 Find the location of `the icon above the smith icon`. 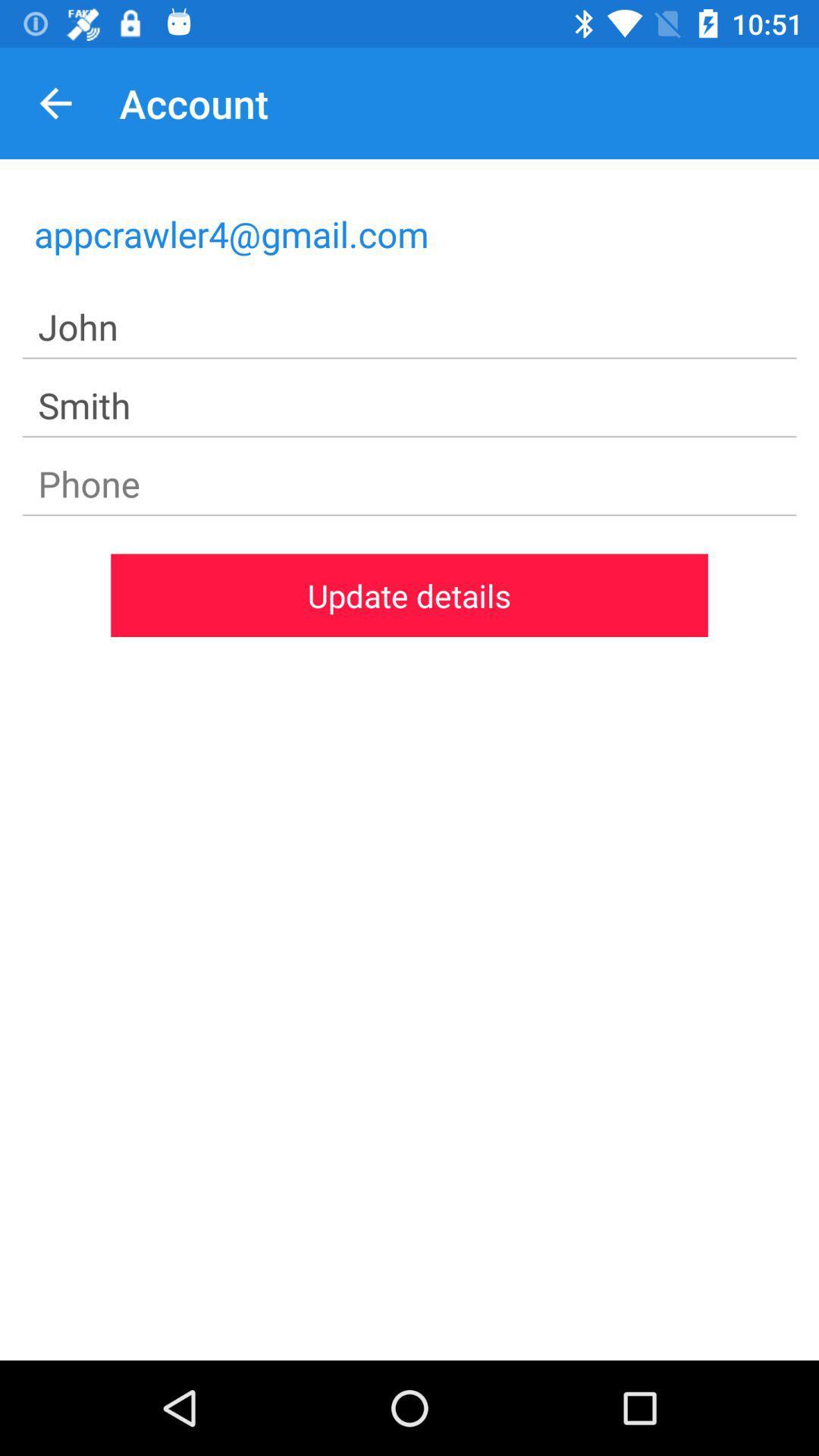

the icon above the smith icon is located at coordinates (409, 327).